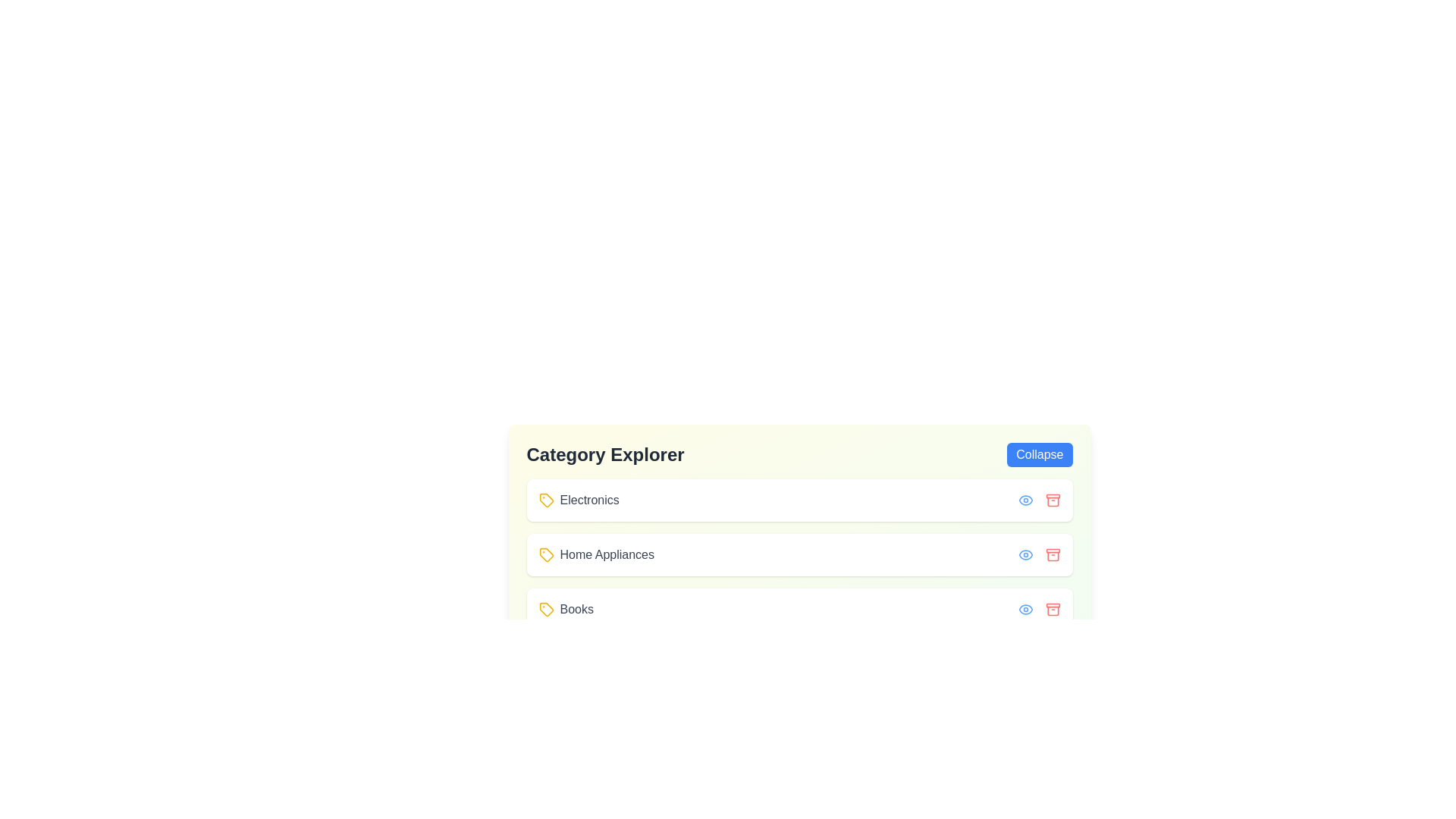 The image size is (1456, 819). Describe the element at coordinates (546, 608) in the screenshot. I see `the category icon representing 'Books' in the 'Category Explorer' list, which is the third entry following 'Electronics' and 'Home Appliances'` at that location.